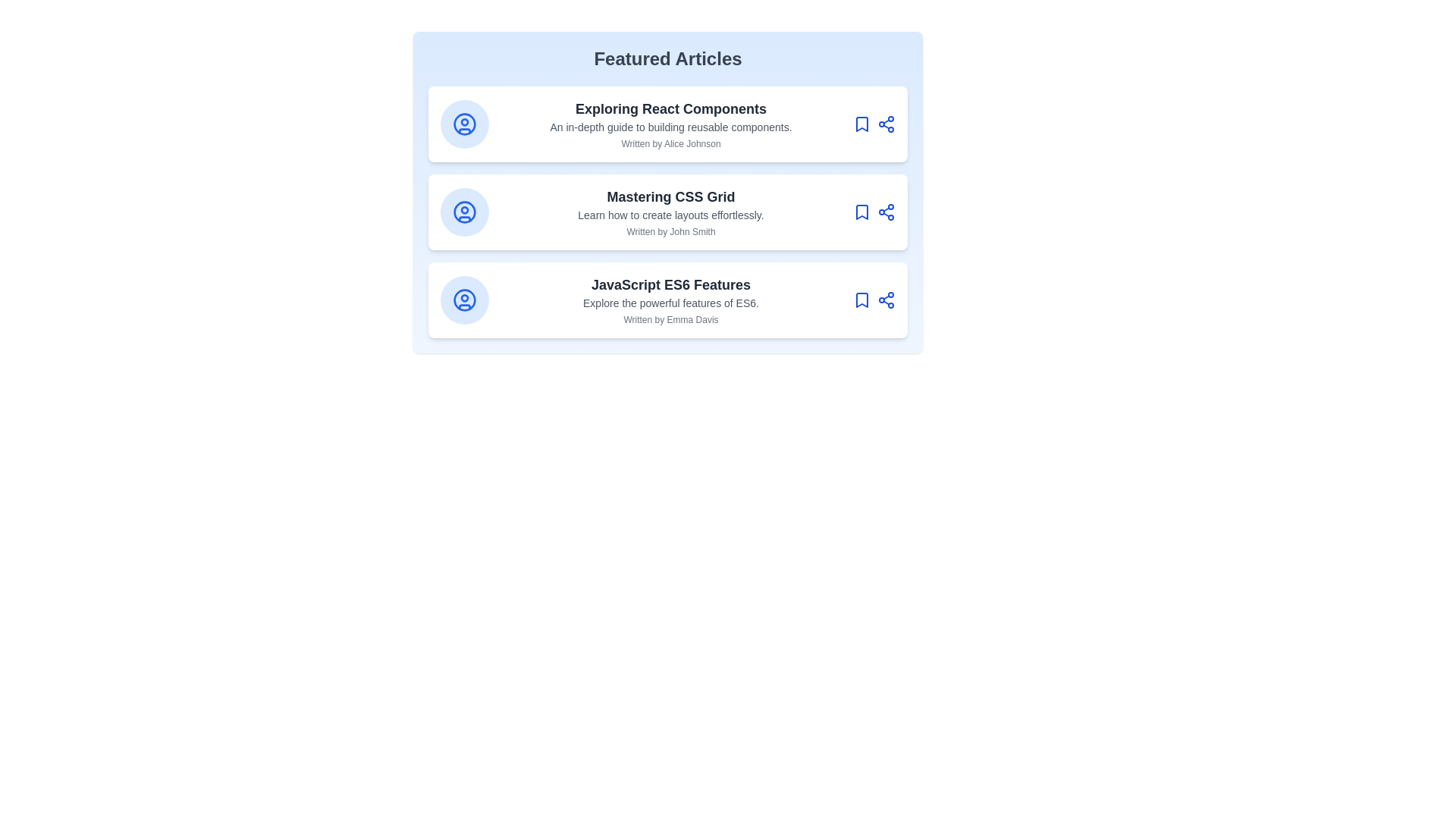 Image resolution: width=1456 pixels, height=819 pixels. I want to click on the header titled 'Featured Articles' to highlight it, so click(667, 58).